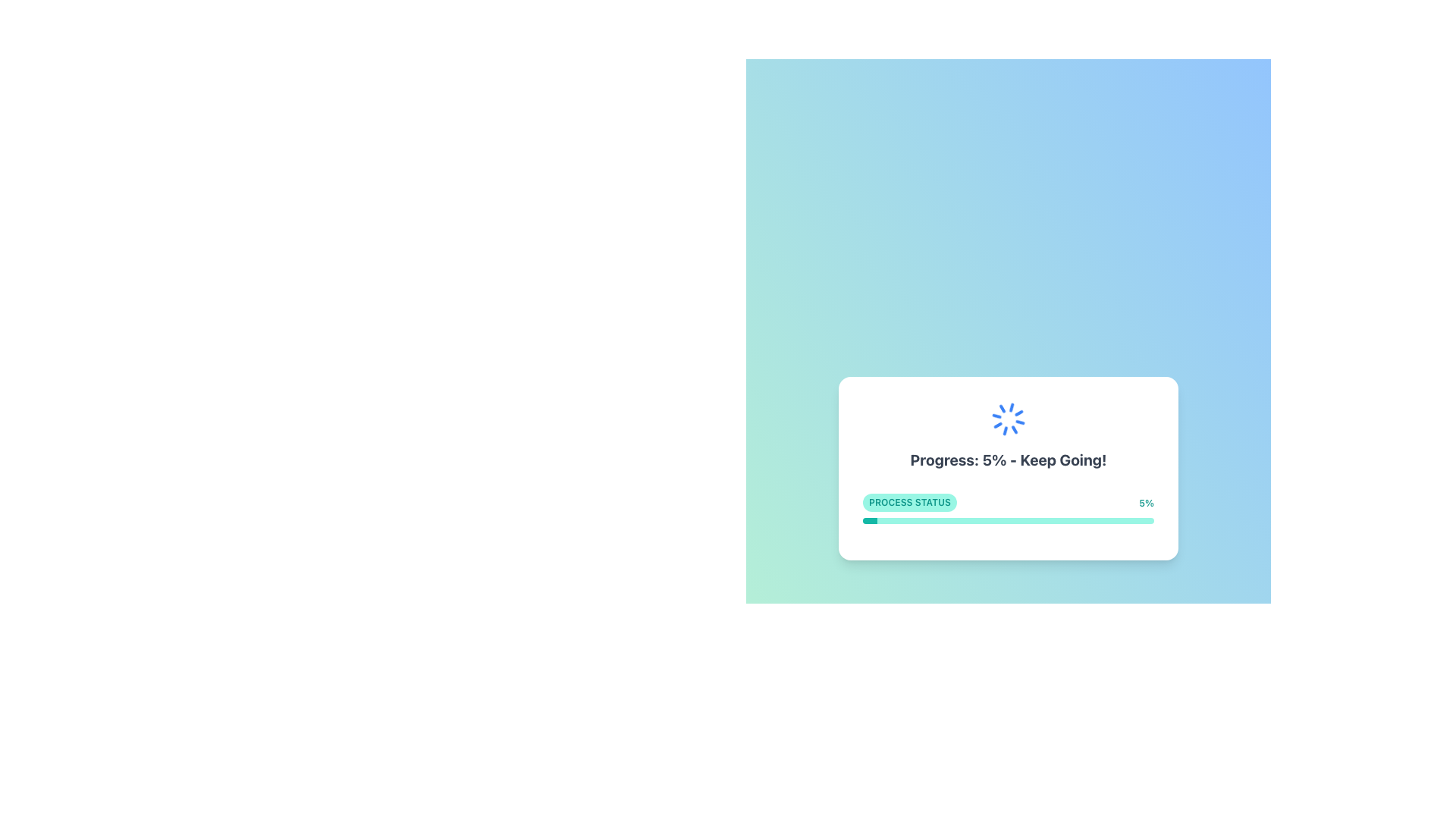 This screenshot has width=1456, height=819. I want to click on displayed progress information from the Text Label that provides feedback about the current progress percentage, positioned below the spinner and above the 'Process Status' progress bar, so click(1008, 459).